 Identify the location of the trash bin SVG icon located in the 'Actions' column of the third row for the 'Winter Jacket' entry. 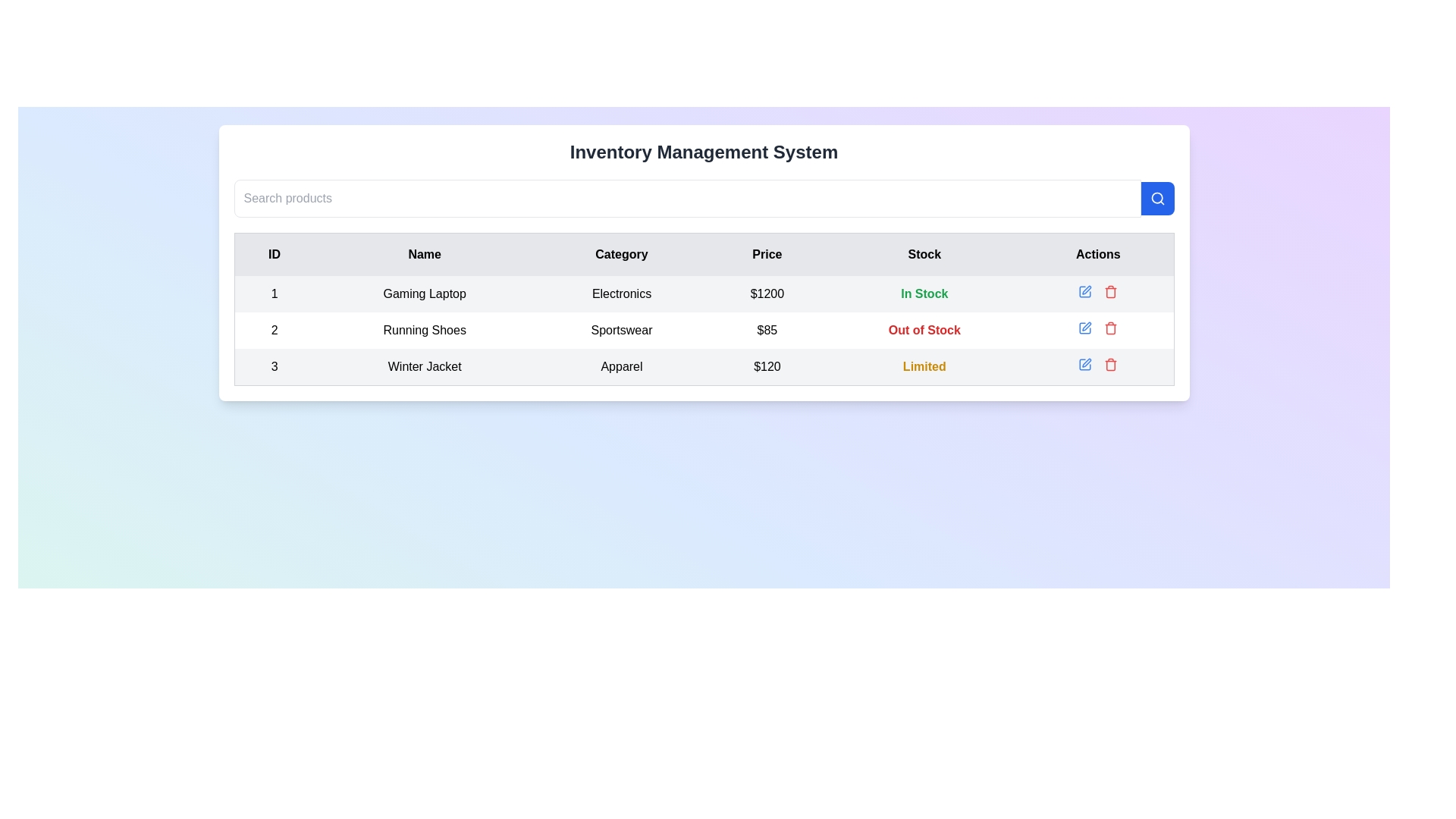
(1111, 293).